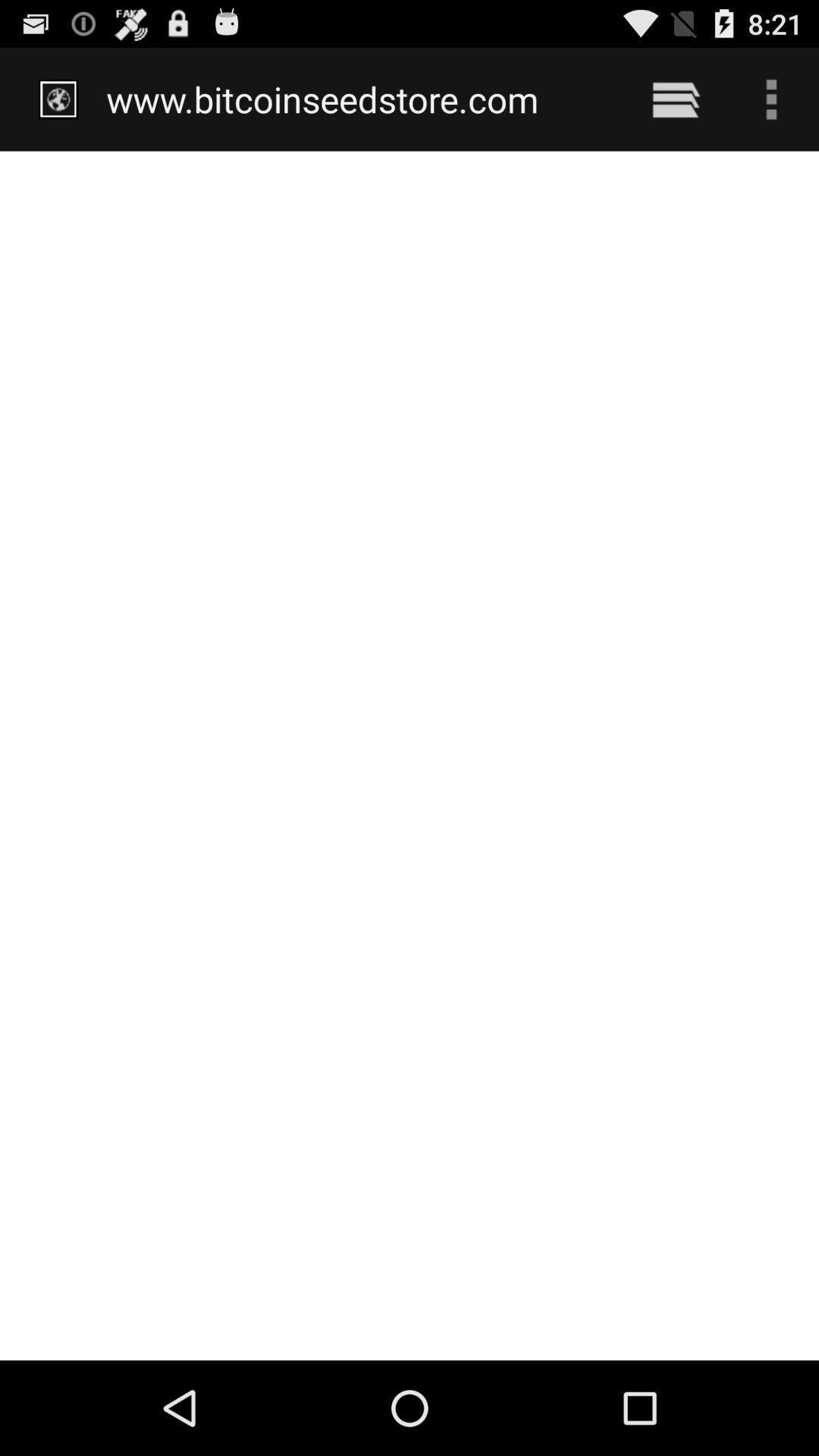 The width and height of the screenshot is (819, 1456). I want to click on the item below the www.bitcoinseedstore.com, so click(409, 755).